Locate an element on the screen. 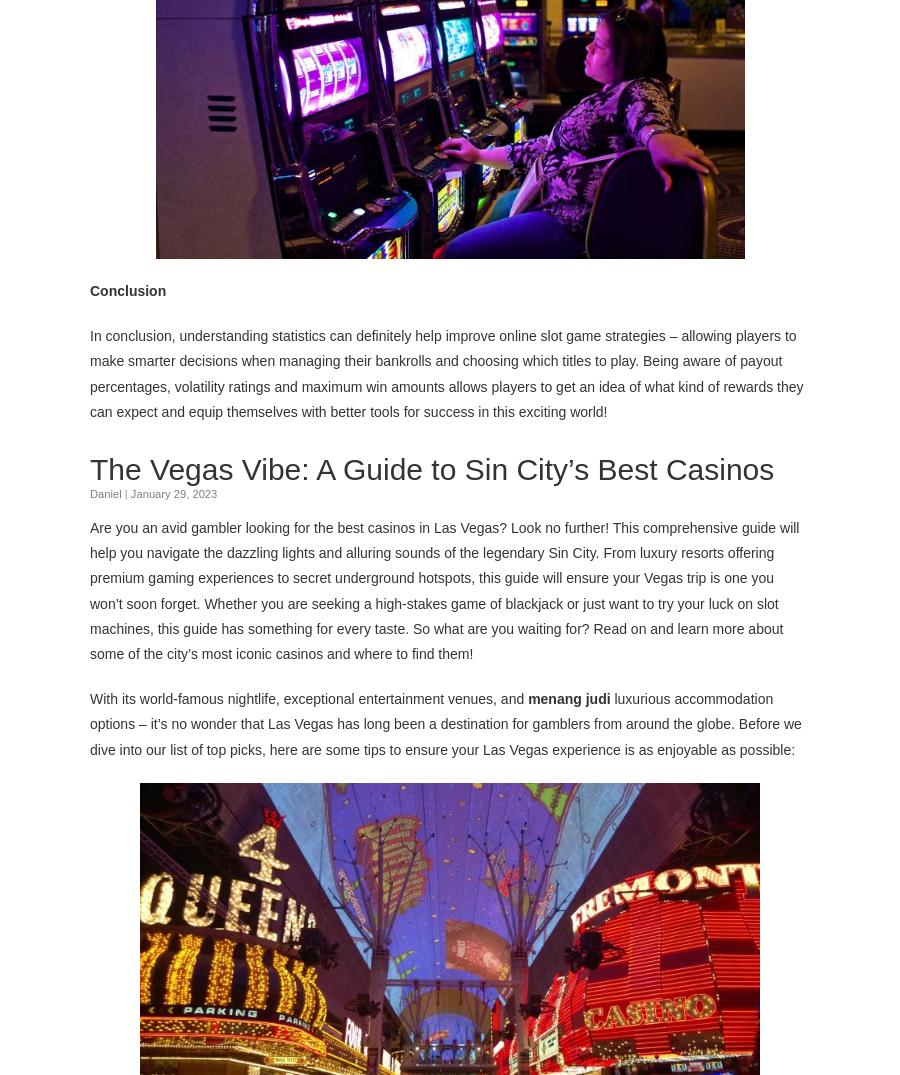  'Are you an avid gambler looking for the best casinos in Las Vegas? Look no further! This comprehensive guide will help you navigate the dazzling lights and alluring sounds of the legendary Sin City. From luxury resorts offering premium gaming experiences to secret underground hotspots, this guide will ensure your Vegas trip is one you won’t soon forget. Whether you are seeking a high-stakes game of blackjack or just want to try your luck on slot machines, this guide has something for every taste. So what are you waiting for? Read on and learn more about some of the city’s most iconic casinos and where to find them!' is located at coordinates (444, 588).